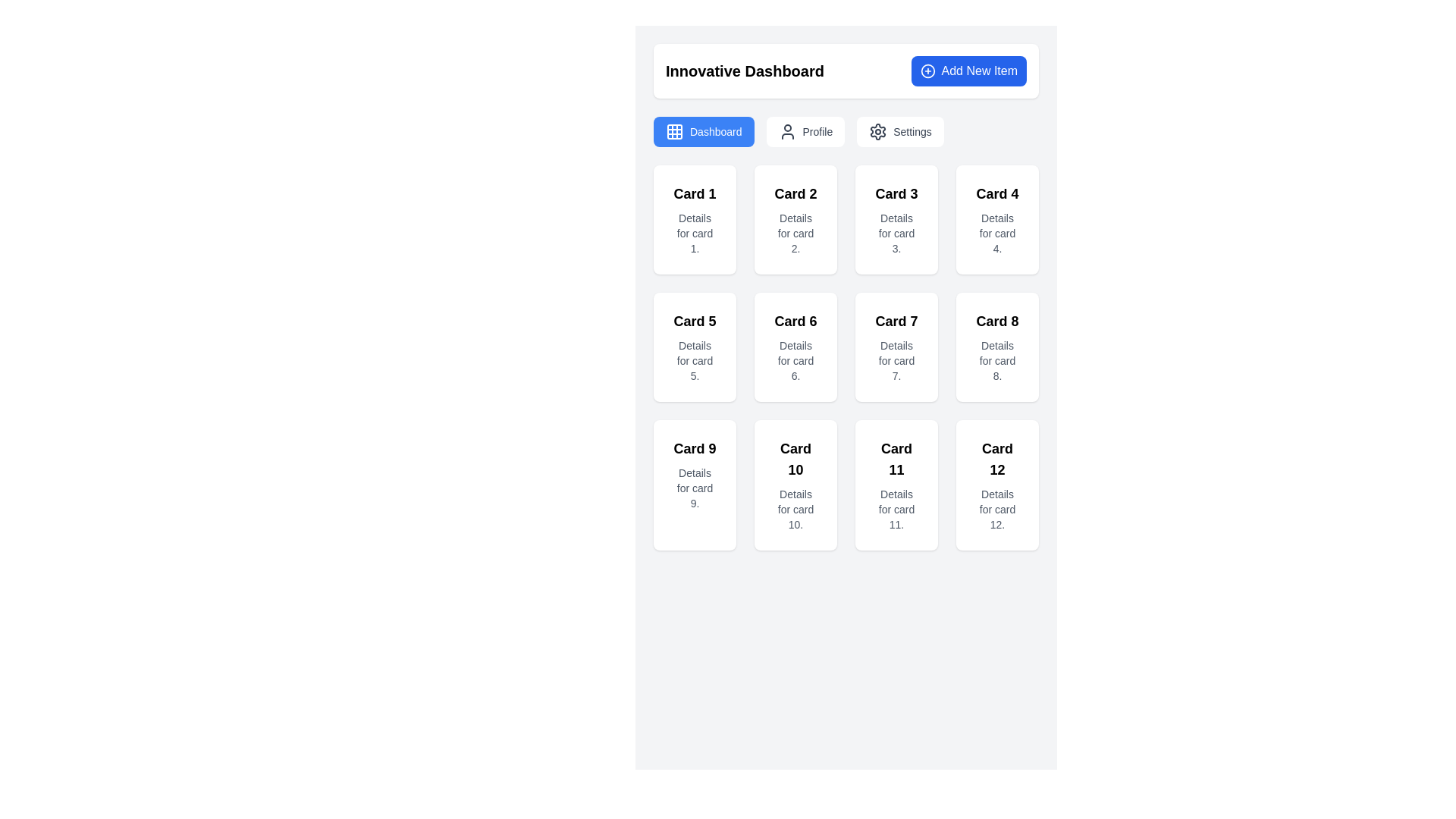 The width and height of the screenshot is (1456, 819). I want to click on the Text Label that reads 'Details for card 12.', located beneath the title in the card layout of 'Card 12' in the fourth row and last column of the grid, so click(997, 509).